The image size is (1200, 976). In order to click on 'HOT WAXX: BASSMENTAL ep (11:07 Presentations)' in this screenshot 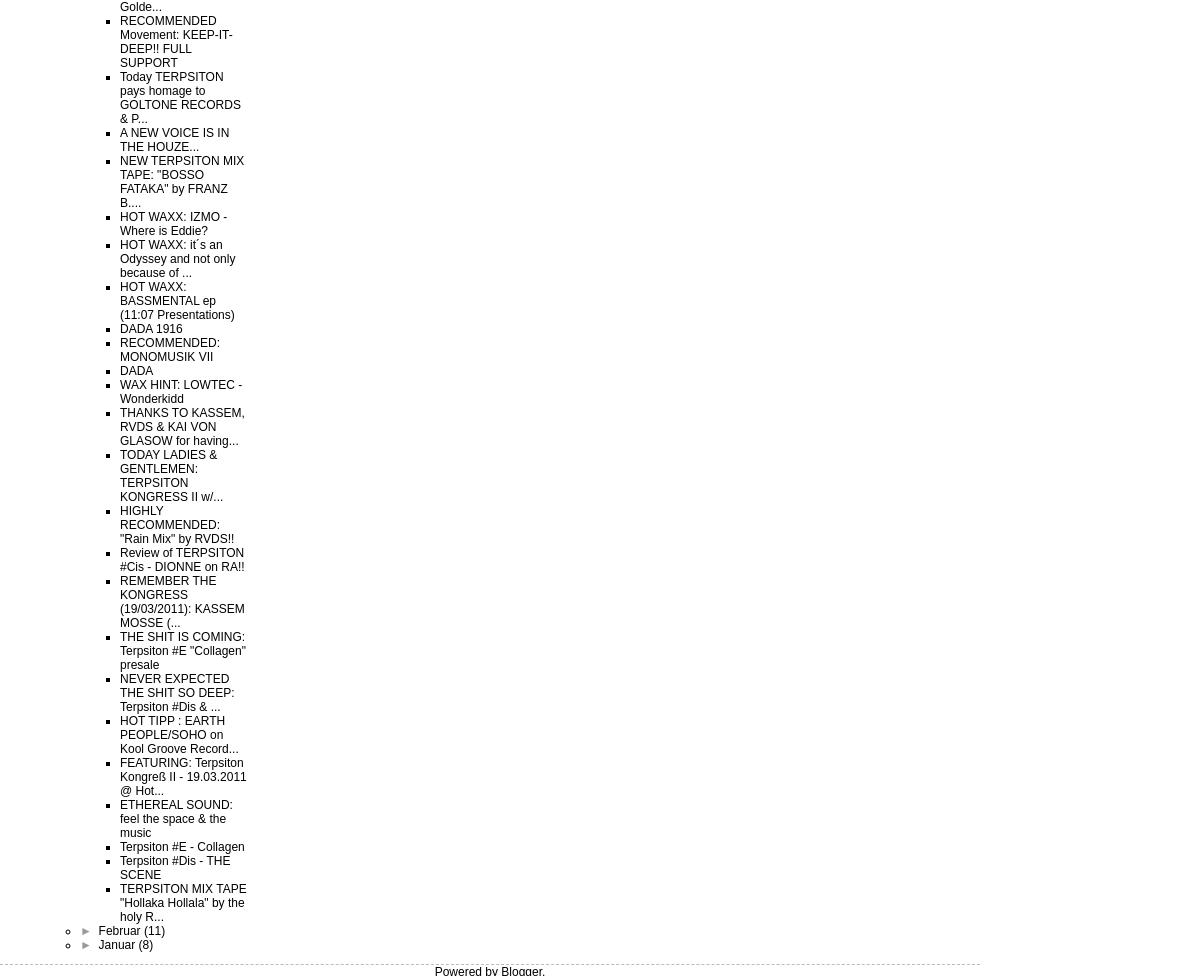, I will do `click(176, 300)`.